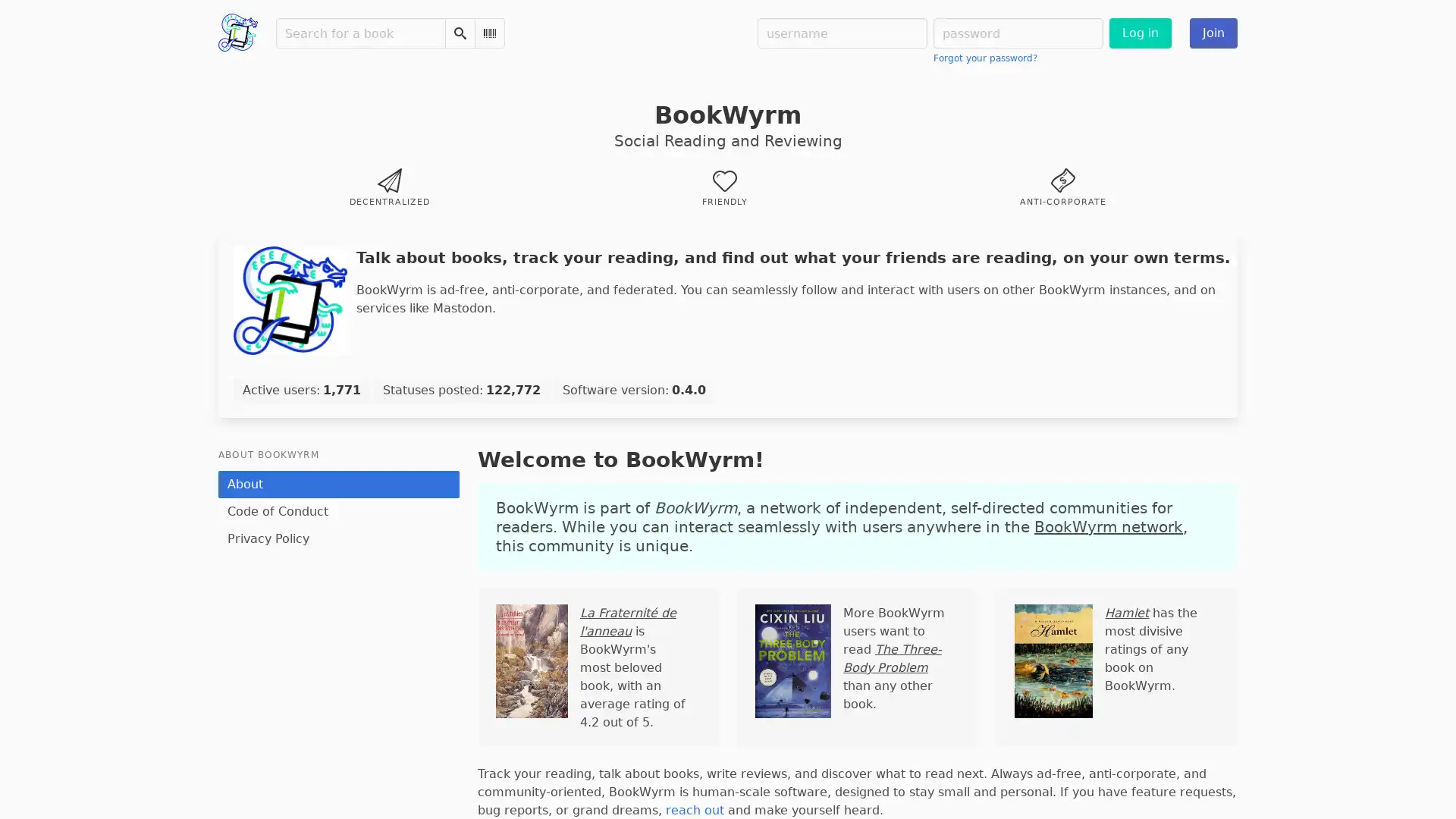  What do you see at coordinates (459, 33) in the screenshot?
I see `Search` at bounding box center [459, 33].